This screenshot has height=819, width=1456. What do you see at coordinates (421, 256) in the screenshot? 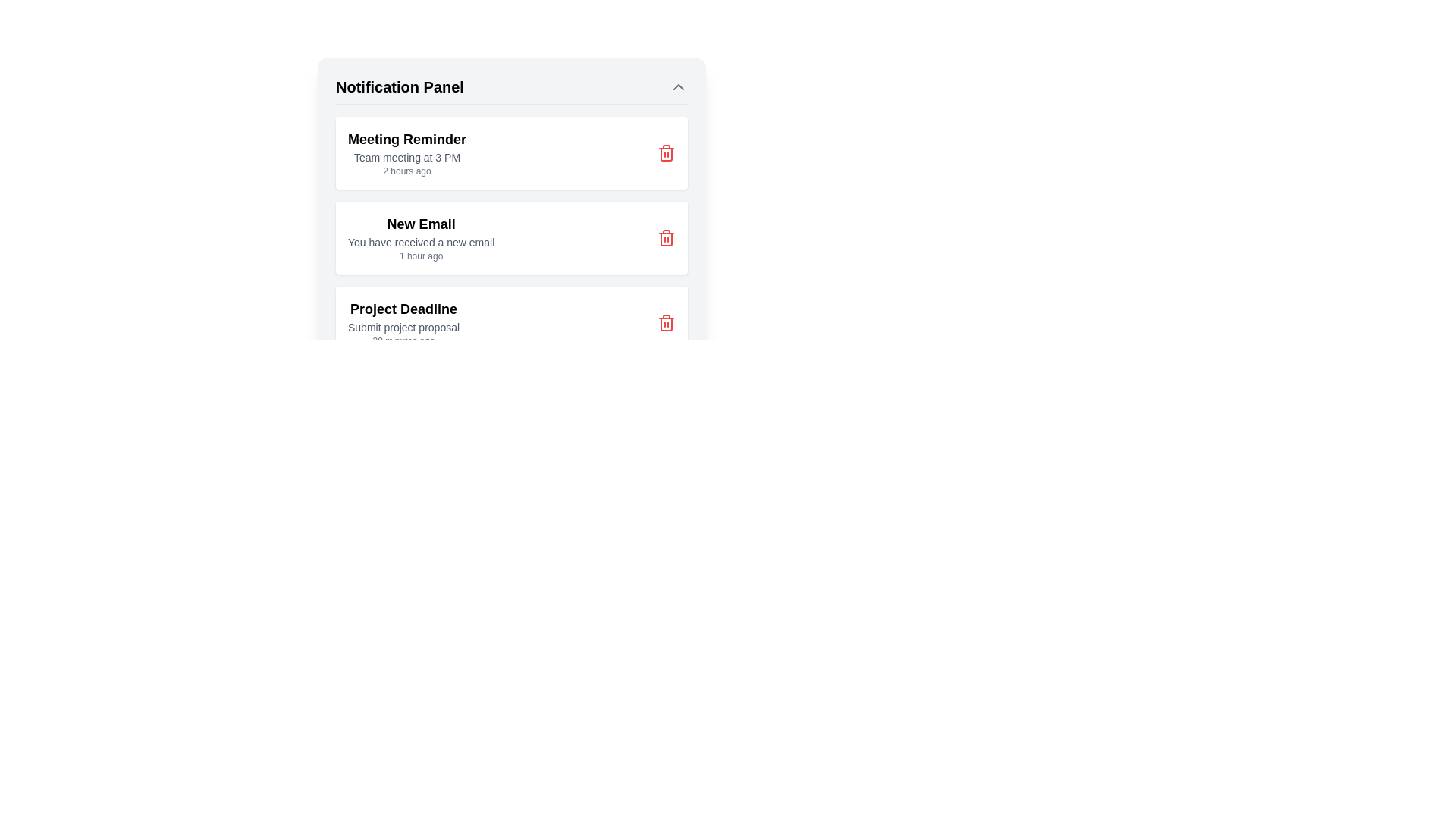
I see `the timestamp text label located within the 'New Email' notification card, positioned below the main description text 'You have received a new email' as the third line` at bounding box center [421, 256].